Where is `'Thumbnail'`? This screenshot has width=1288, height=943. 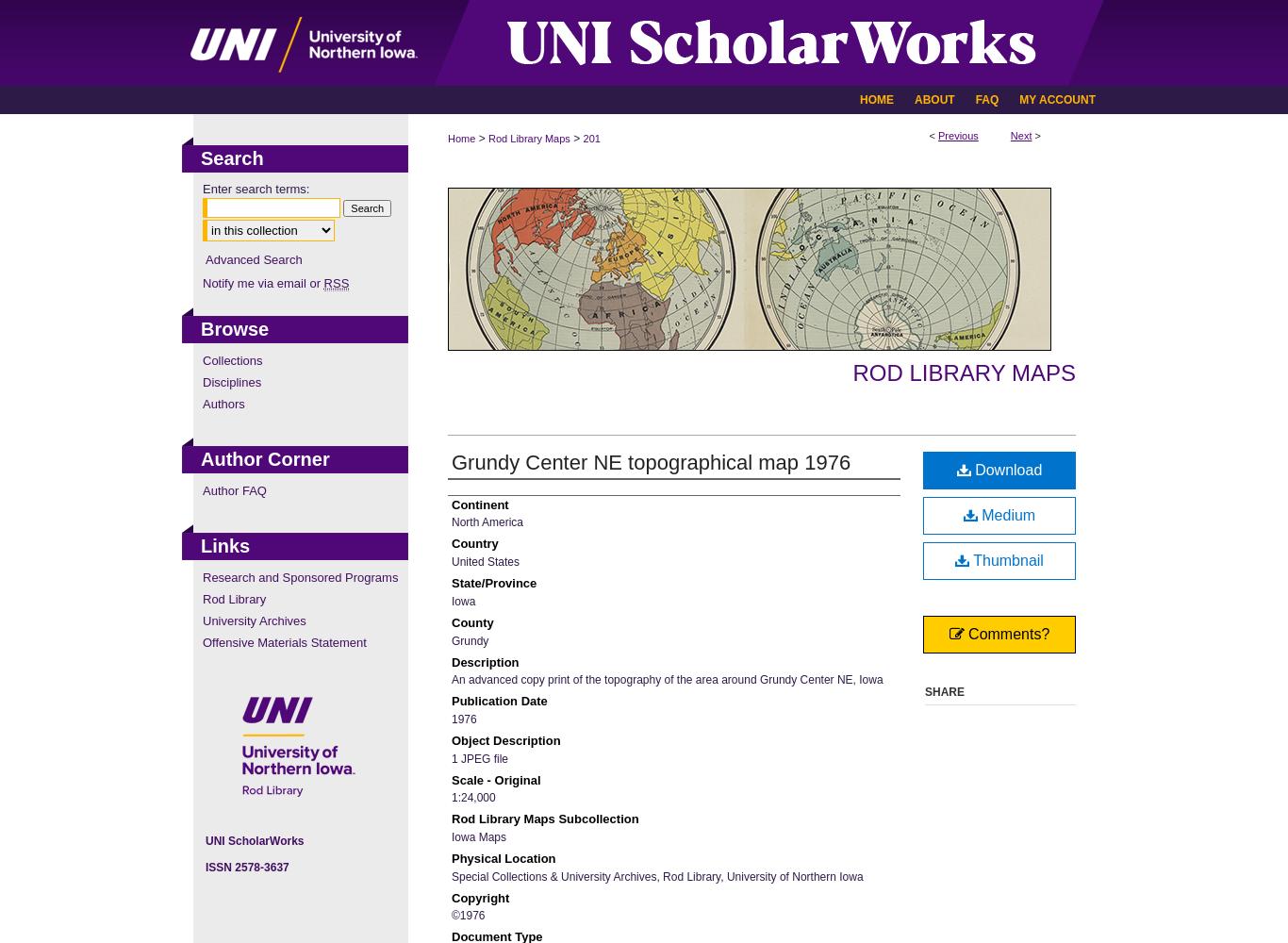
'Thumbnail' is located at coordinates (1004, 558).